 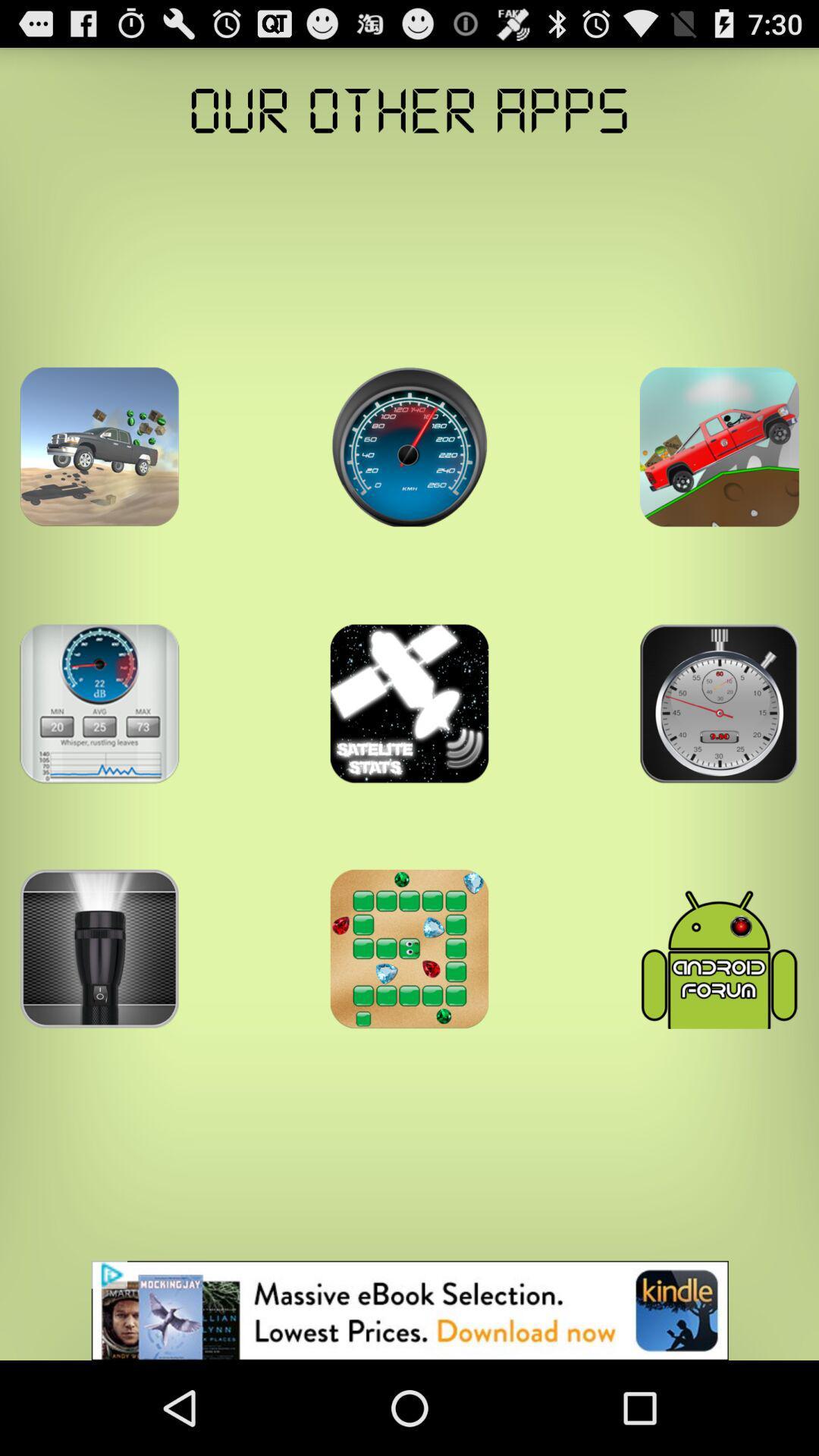 What do you see at coordinates (99, 948) in the screenshot?
I see `flashlight` at bounding box center [99, 948].